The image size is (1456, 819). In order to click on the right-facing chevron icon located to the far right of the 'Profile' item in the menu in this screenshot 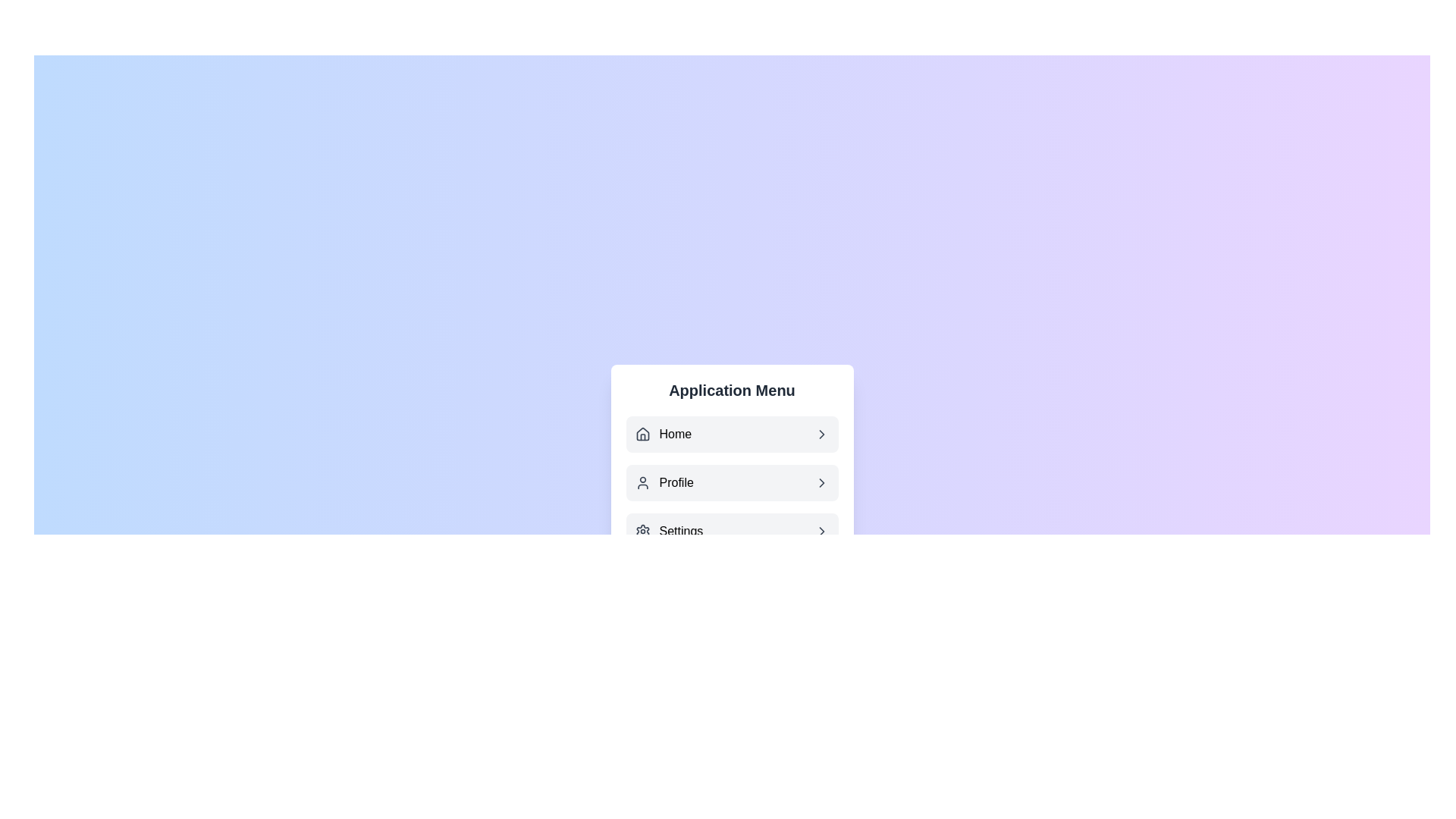, I will do `click(821, 482)`.